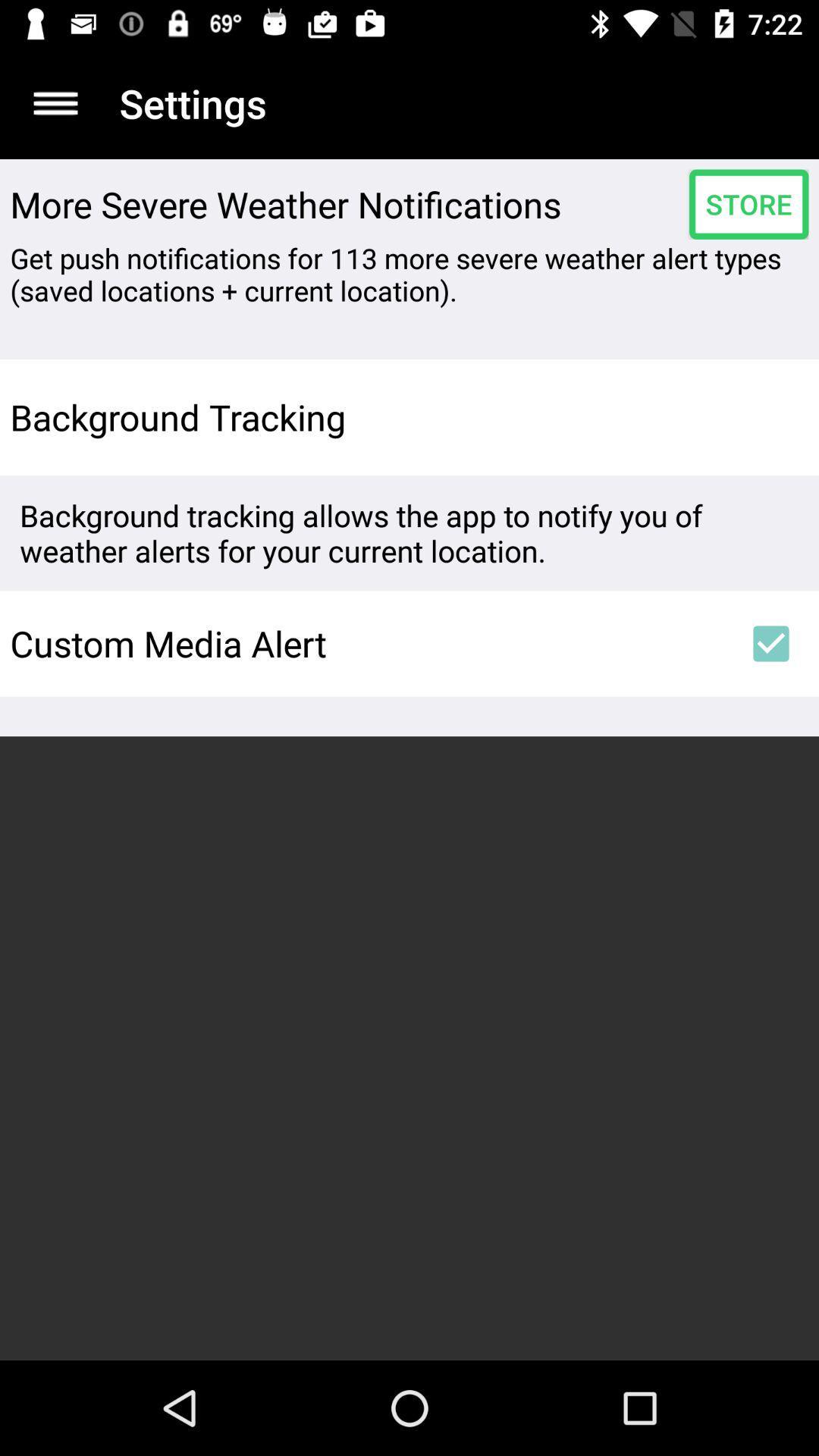 The width and height of the screenshot is (819, 1456). I want to click on store, so click(748, 203).